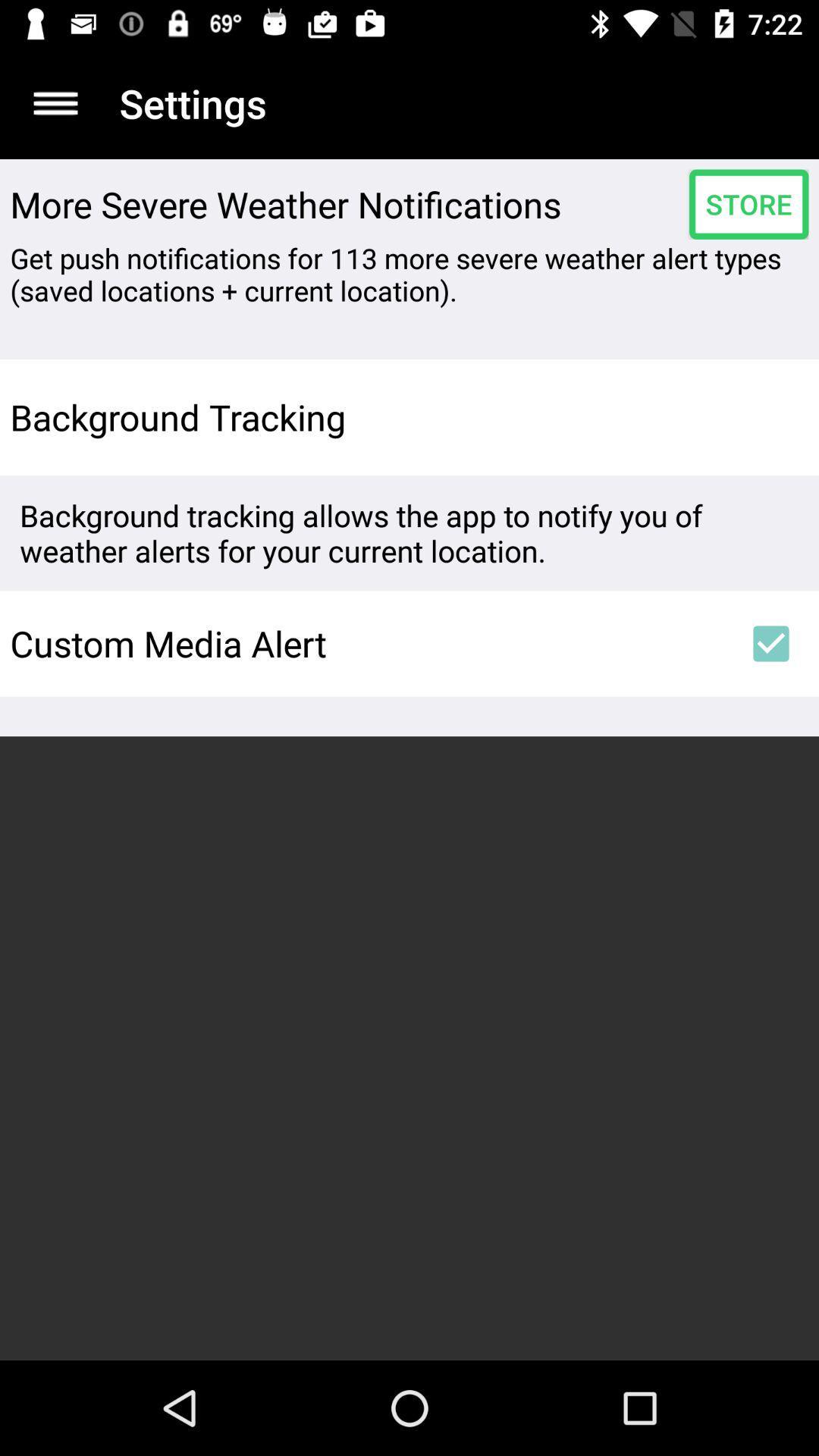 The width and height of the screenshot is (819, 1456). I want to click on store, so click(748, 203).